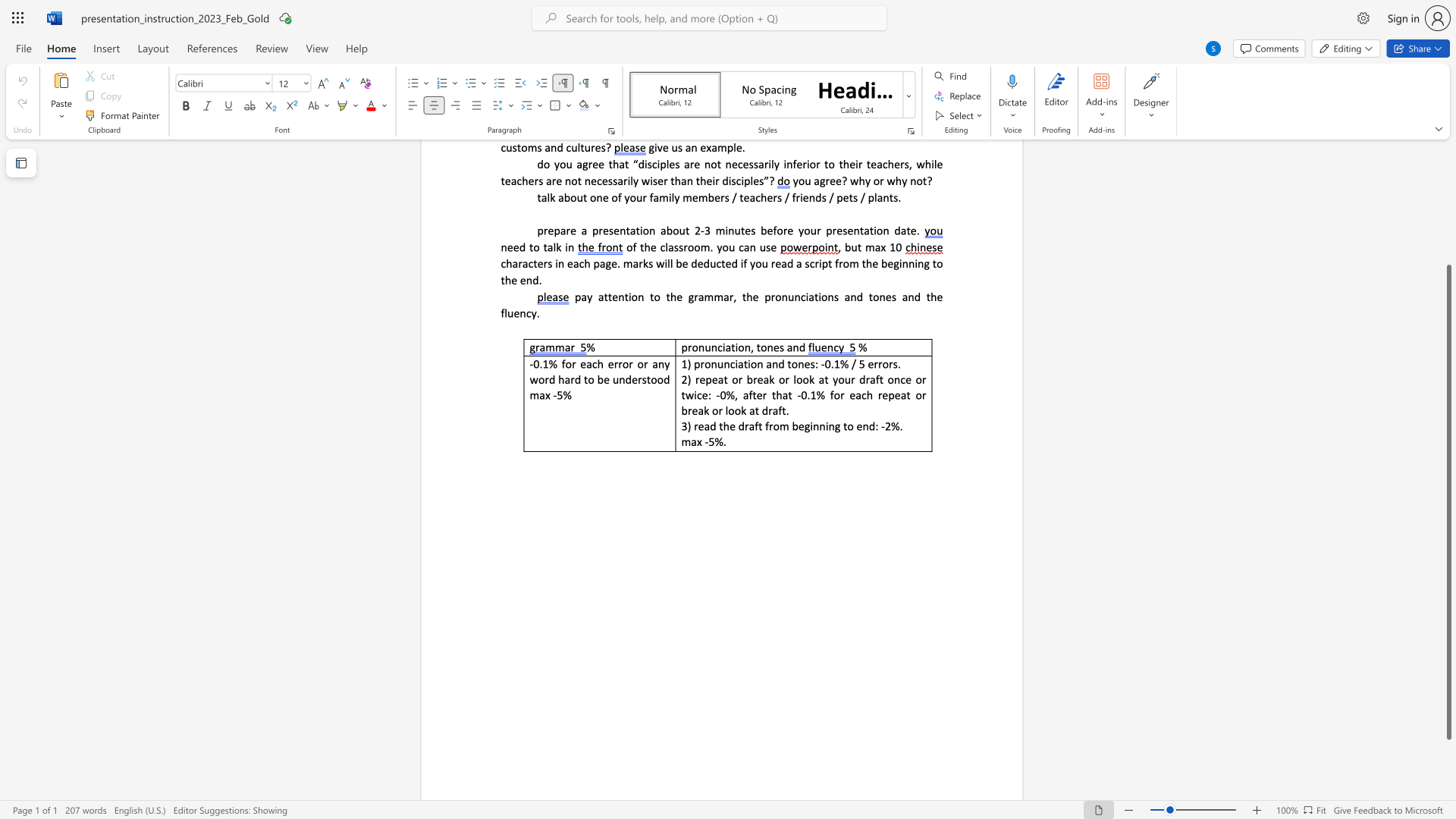  I want to click on the scrollbar and move up 20 pixels, so click(1448, 502).